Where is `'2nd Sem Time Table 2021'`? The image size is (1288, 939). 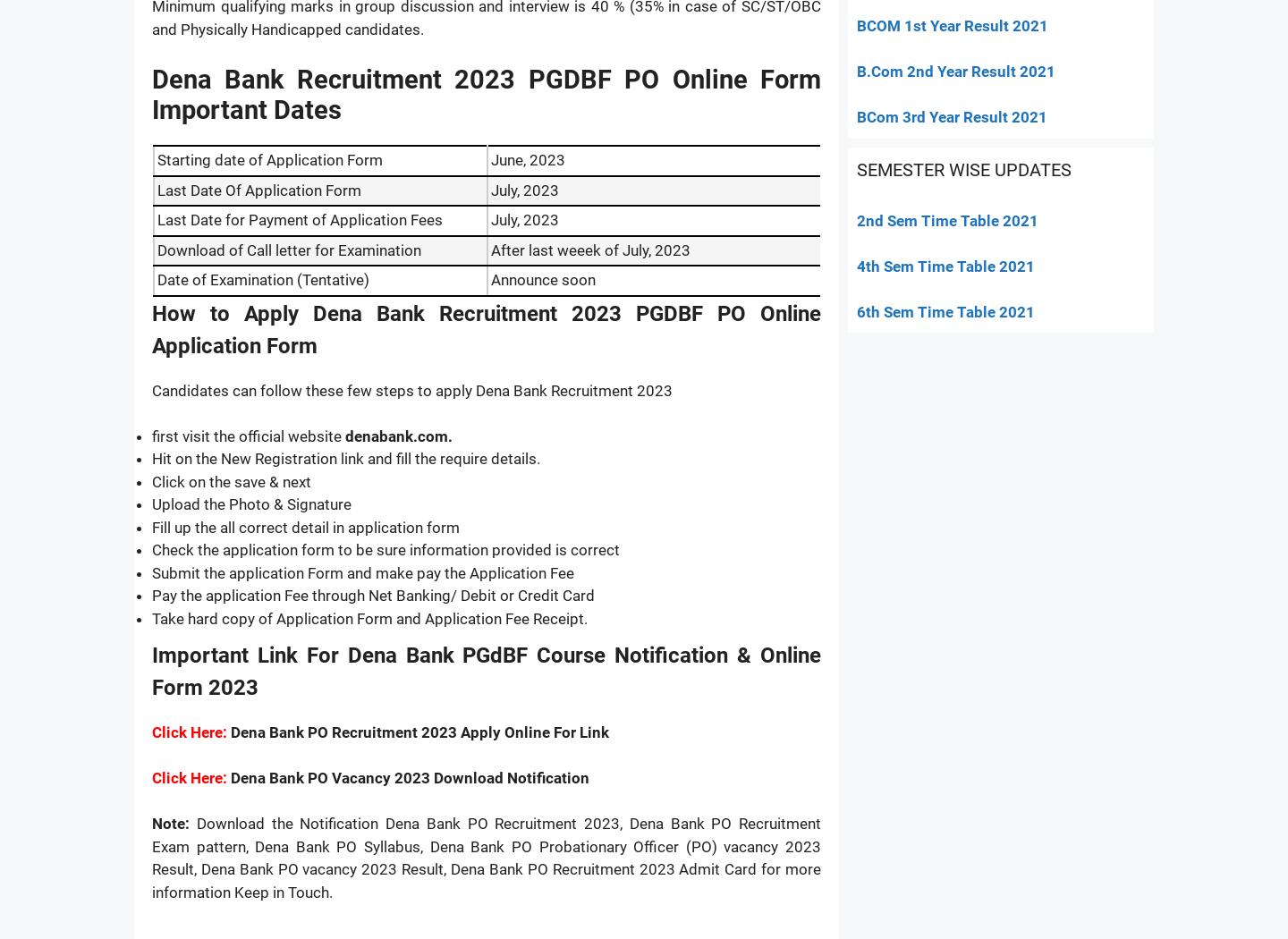
'2nd Sem Time Table 2021' is located at coordinates (947, 220).